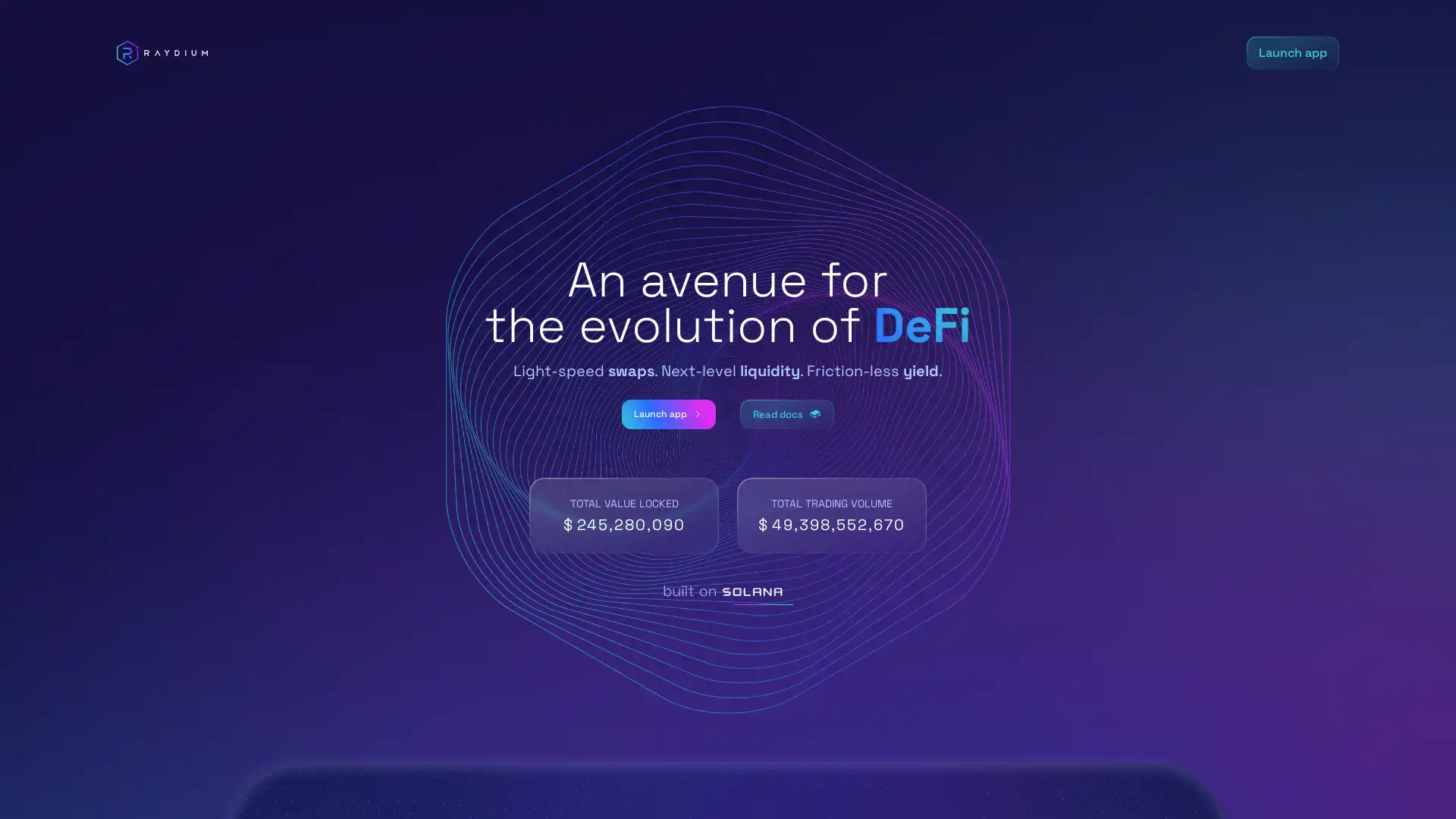 The image size is (1456, 819). Describe the element at coordinates (1291, 52) in the screenshot. I see `Launch app` at that location.